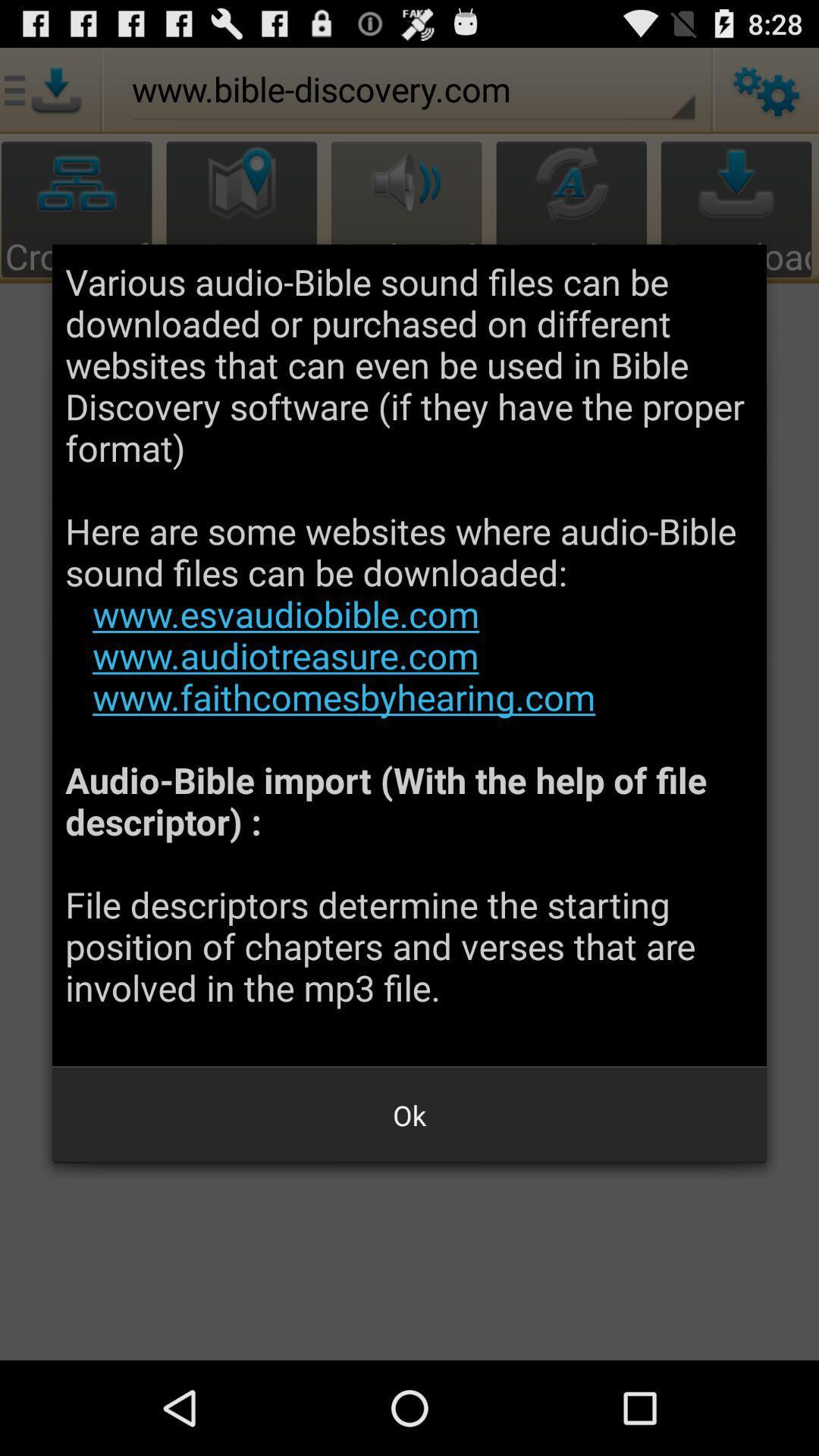  Describe the element at coordinates (409, 655) in the screenshot. I see `various audio bible item` at that location.